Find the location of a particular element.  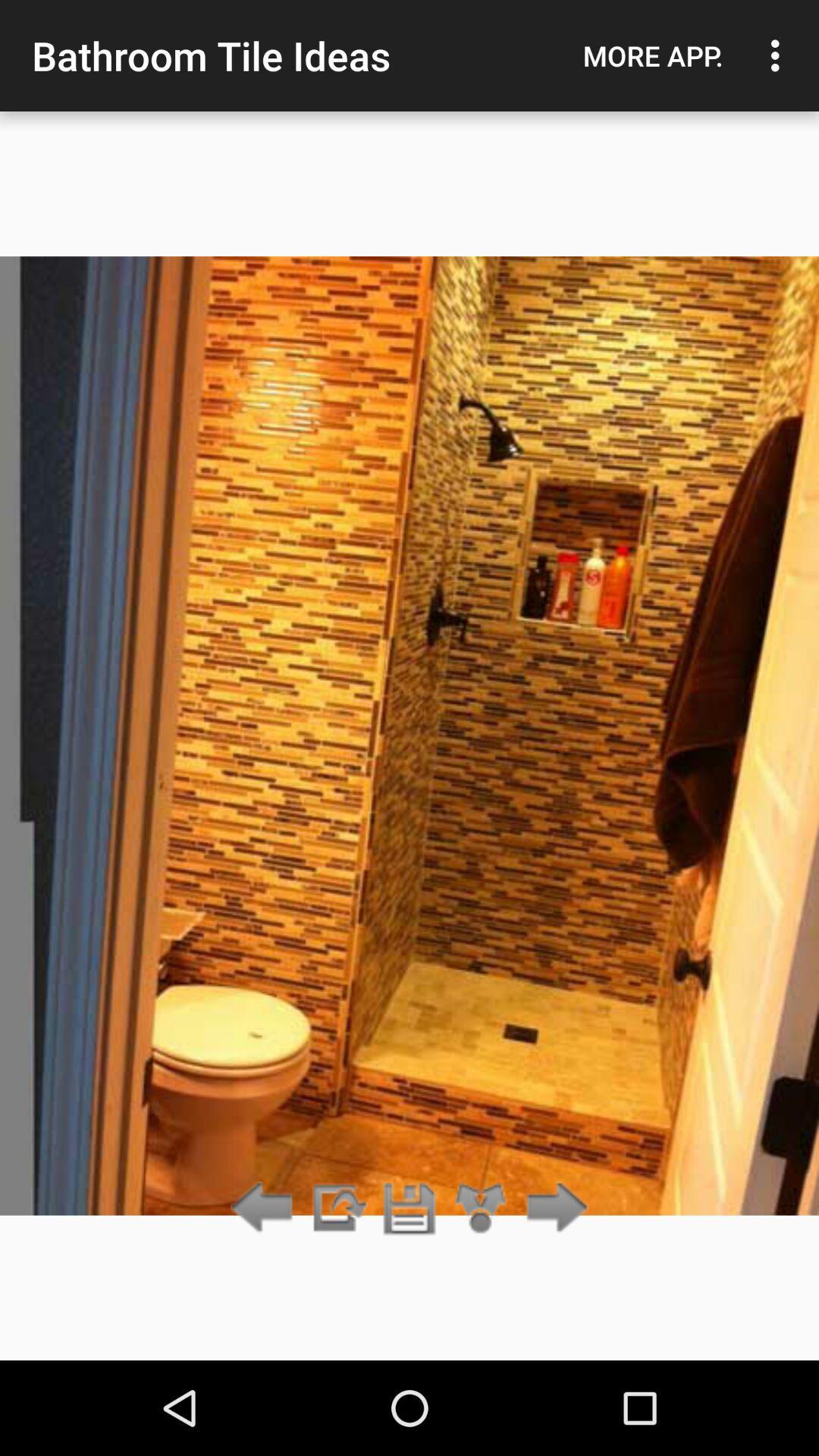

next is located at coordinates (553, 1208).